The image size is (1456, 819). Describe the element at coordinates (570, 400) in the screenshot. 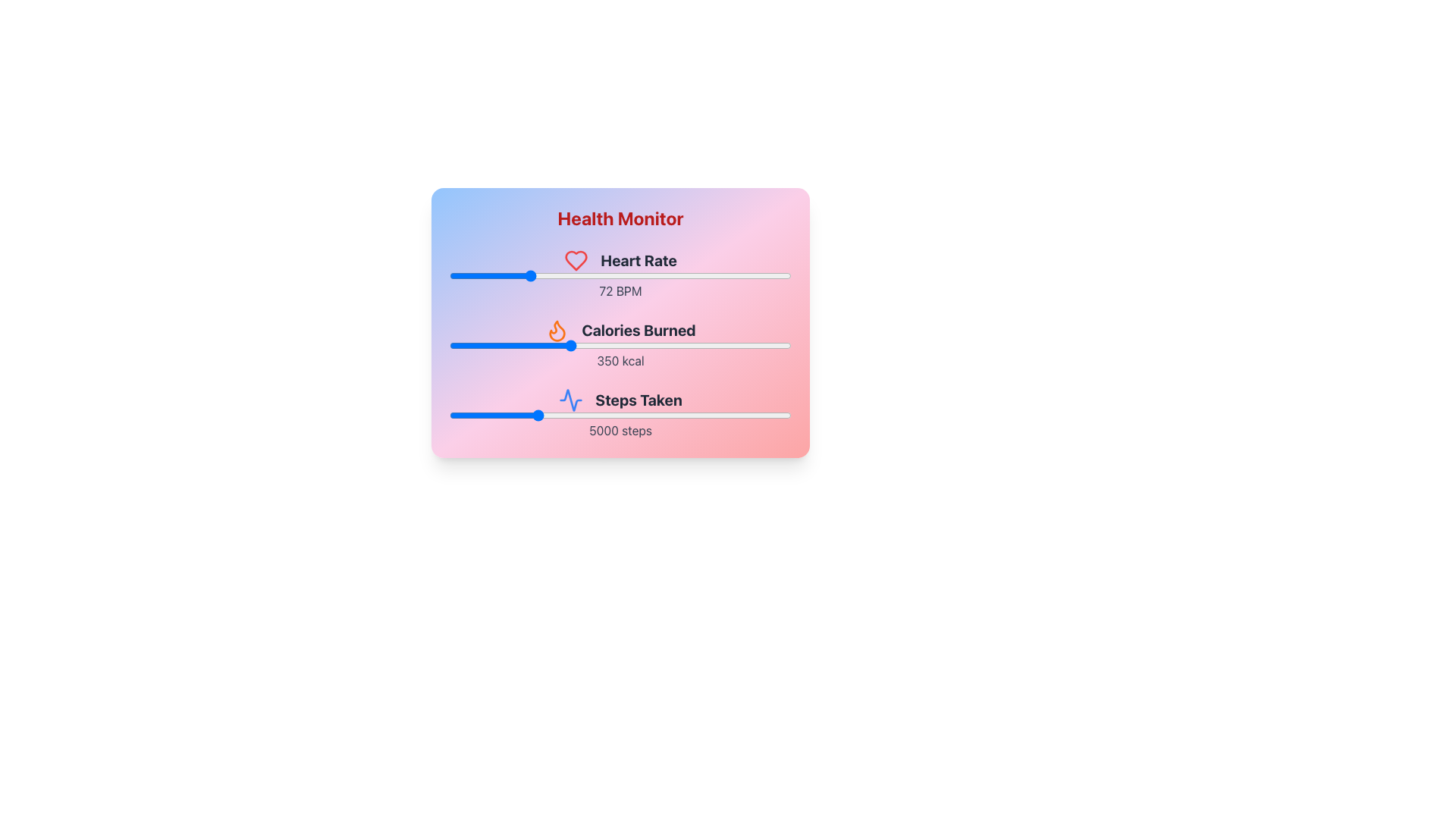

I see `the Decorative Icon located to the left of the 'Steps Taken' label in the third row of the three-item list` at that location.